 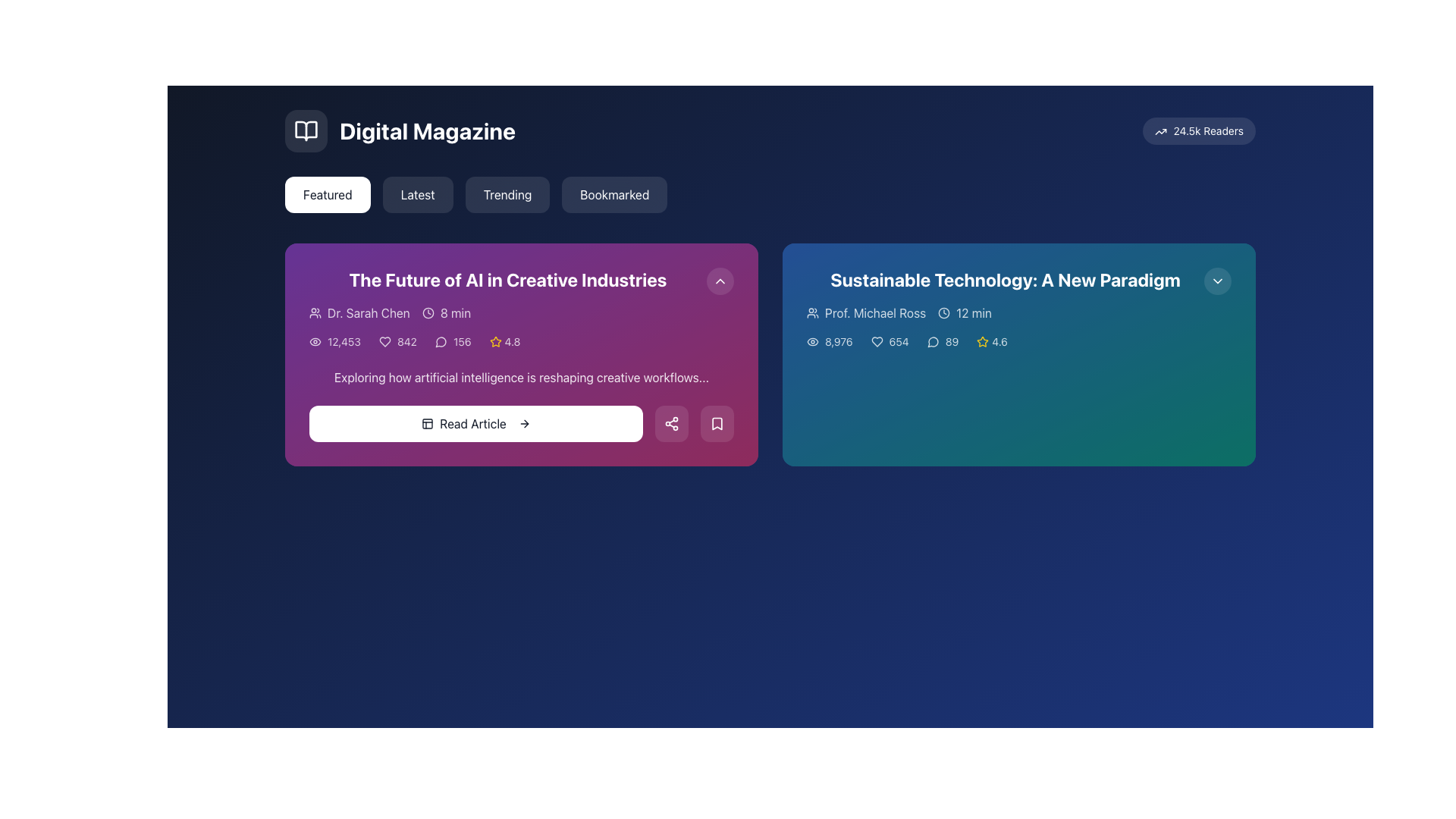 What do you see at coordinates (829, 342) in the screenshot?
I see `the view count element for the article 'Sustainable Technology: A New Paradigm', which displays the number of views and is located to the left of the heart icon in the metadata row` at bounding box center [829, 342].